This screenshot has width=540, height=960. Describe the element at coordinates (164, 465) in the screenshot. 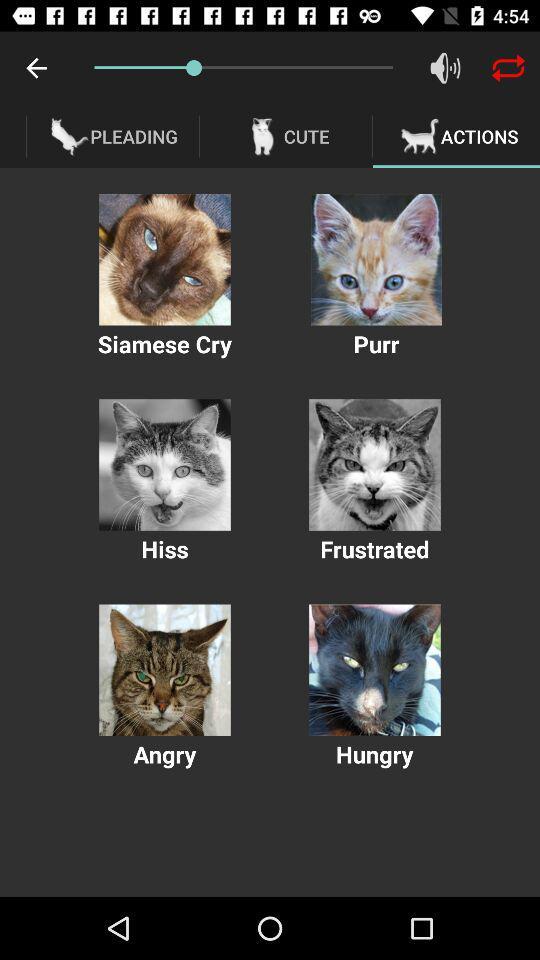

I see `interact play` at that location.